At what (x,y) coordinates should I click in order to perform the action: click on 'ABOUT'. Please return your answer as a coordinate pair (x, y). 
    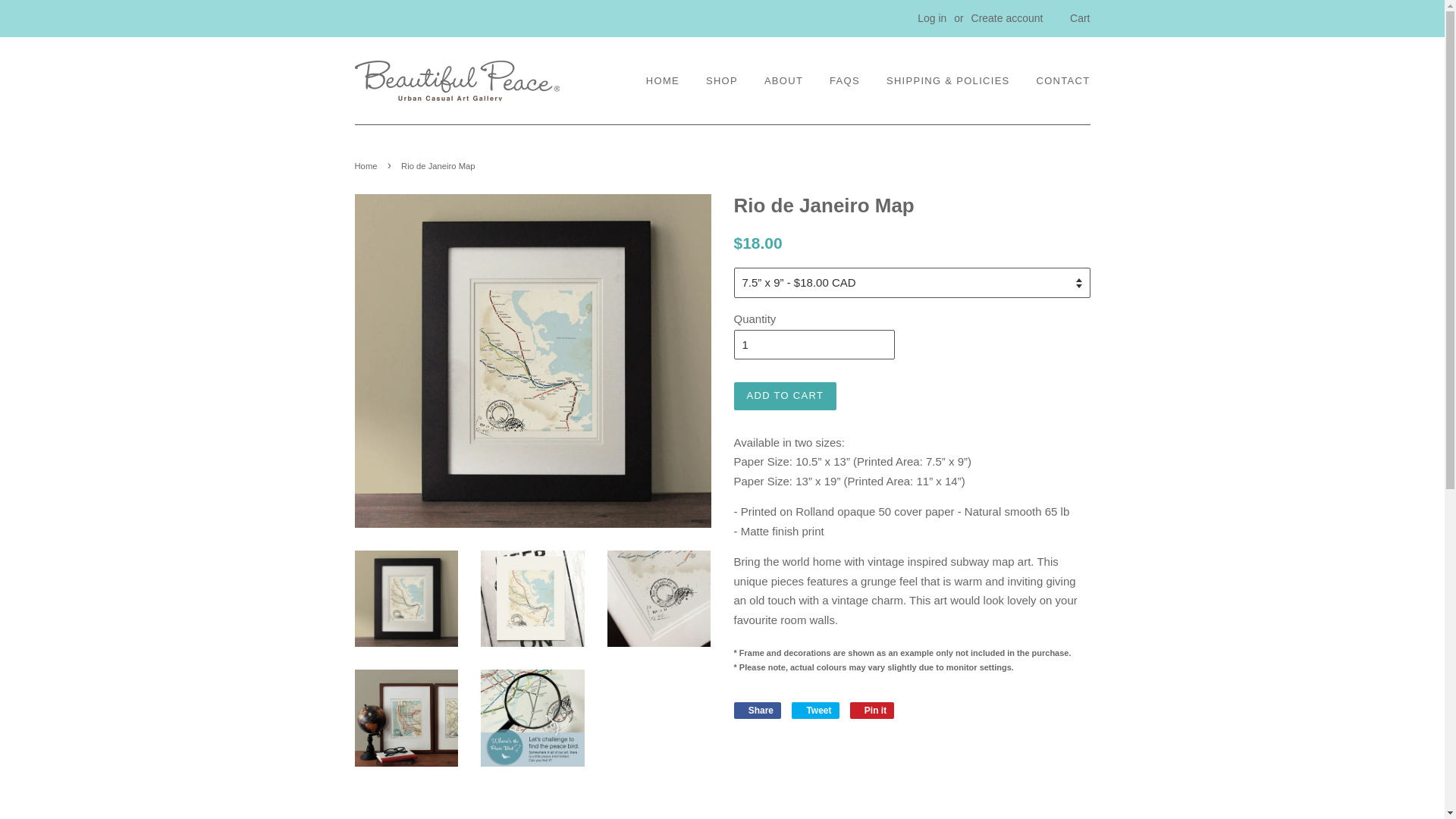
    Looking at the image, I should click on (783, 81).